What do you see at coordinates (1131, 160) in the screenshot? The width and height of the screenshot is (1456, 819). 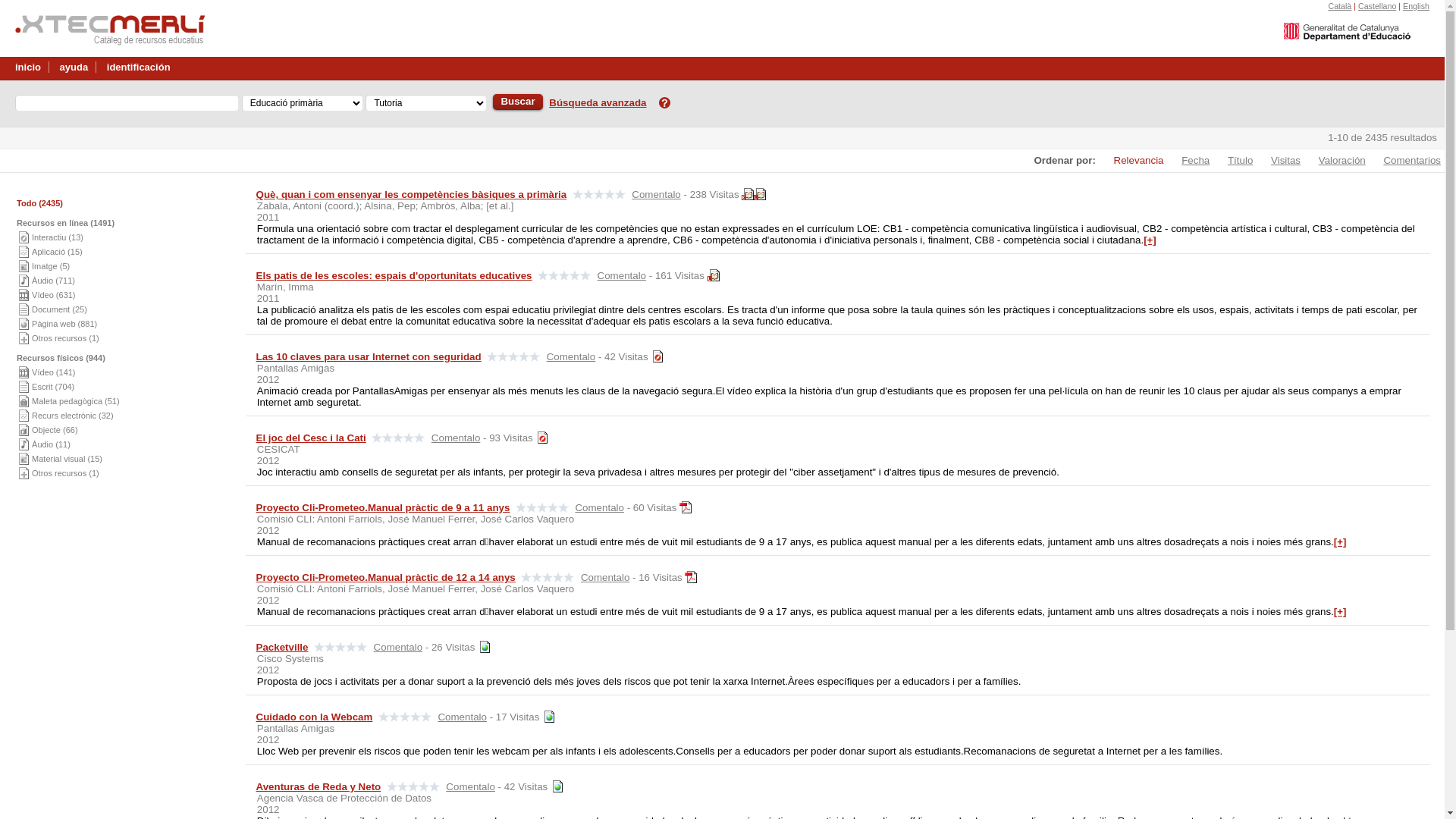 I see `'Relevancia'` at bounding box center [1131, 160].